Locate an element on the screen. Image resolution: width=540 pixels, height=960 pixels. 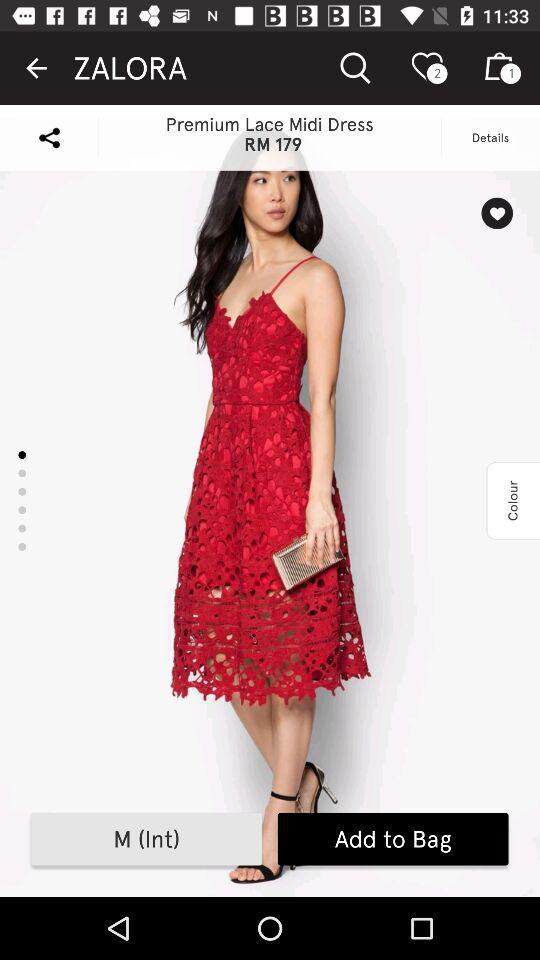
icon to the left of add to bag is located at coordinates (145, 839).